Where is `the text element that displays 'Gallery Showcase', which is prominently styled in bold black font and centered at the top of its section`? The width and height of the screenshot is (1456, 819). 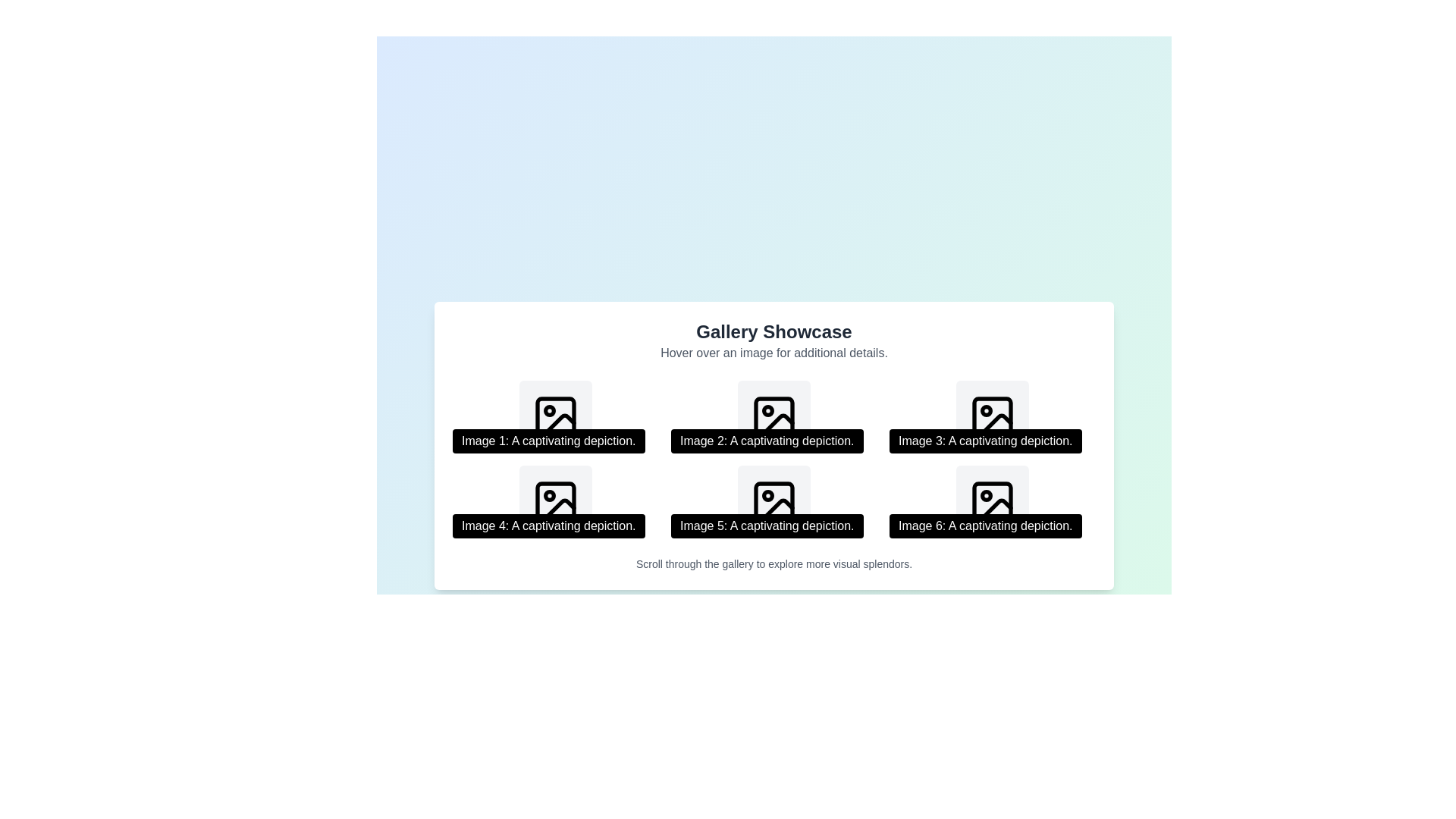 the text element that displays 'Gallery Showcase', which is prominently styled in bold black font and centered at the top of its section is located at coordinates (774, 331).